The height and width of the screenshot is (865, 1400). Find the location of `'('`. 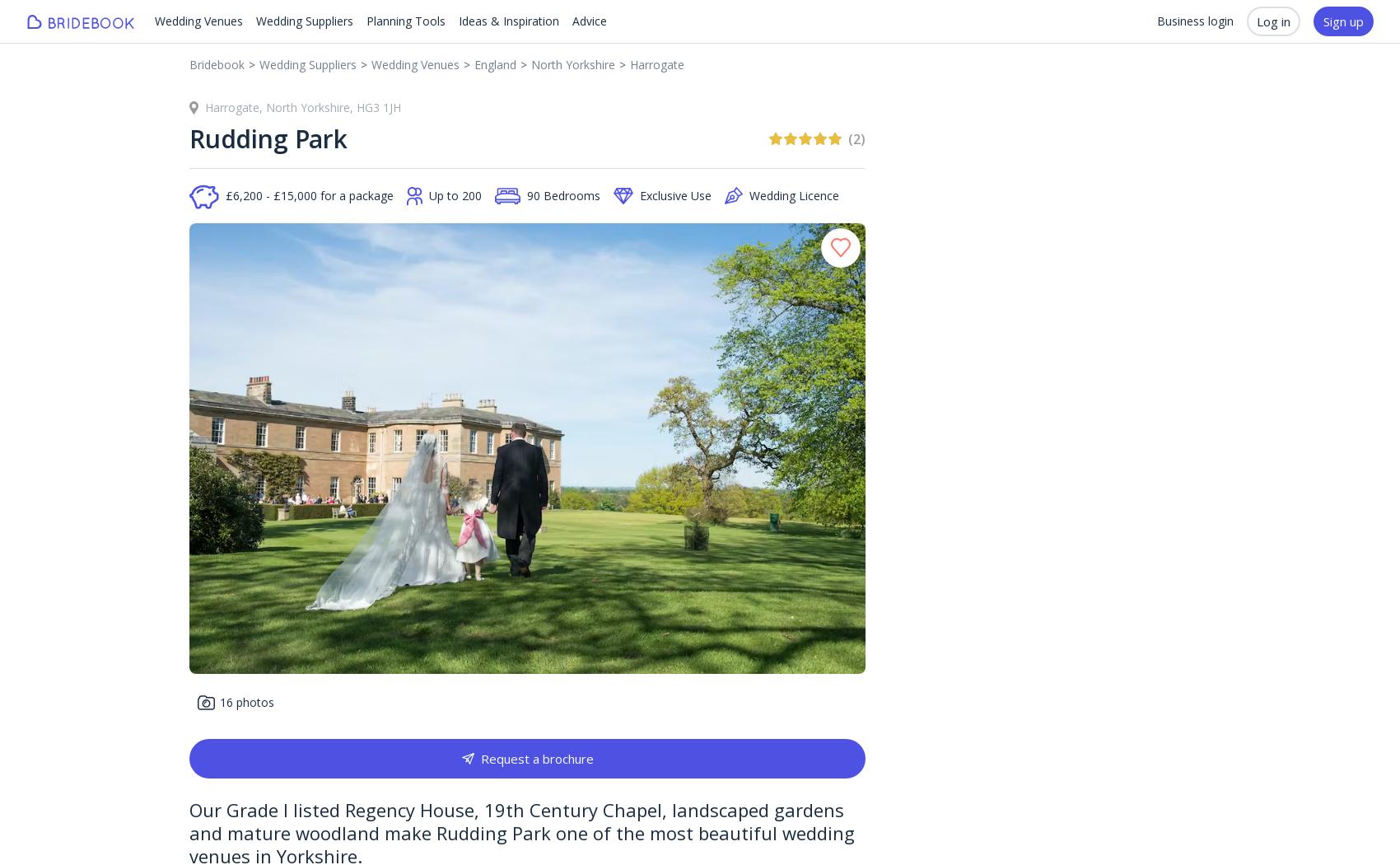

'(' is located at coordinates (849, 138).